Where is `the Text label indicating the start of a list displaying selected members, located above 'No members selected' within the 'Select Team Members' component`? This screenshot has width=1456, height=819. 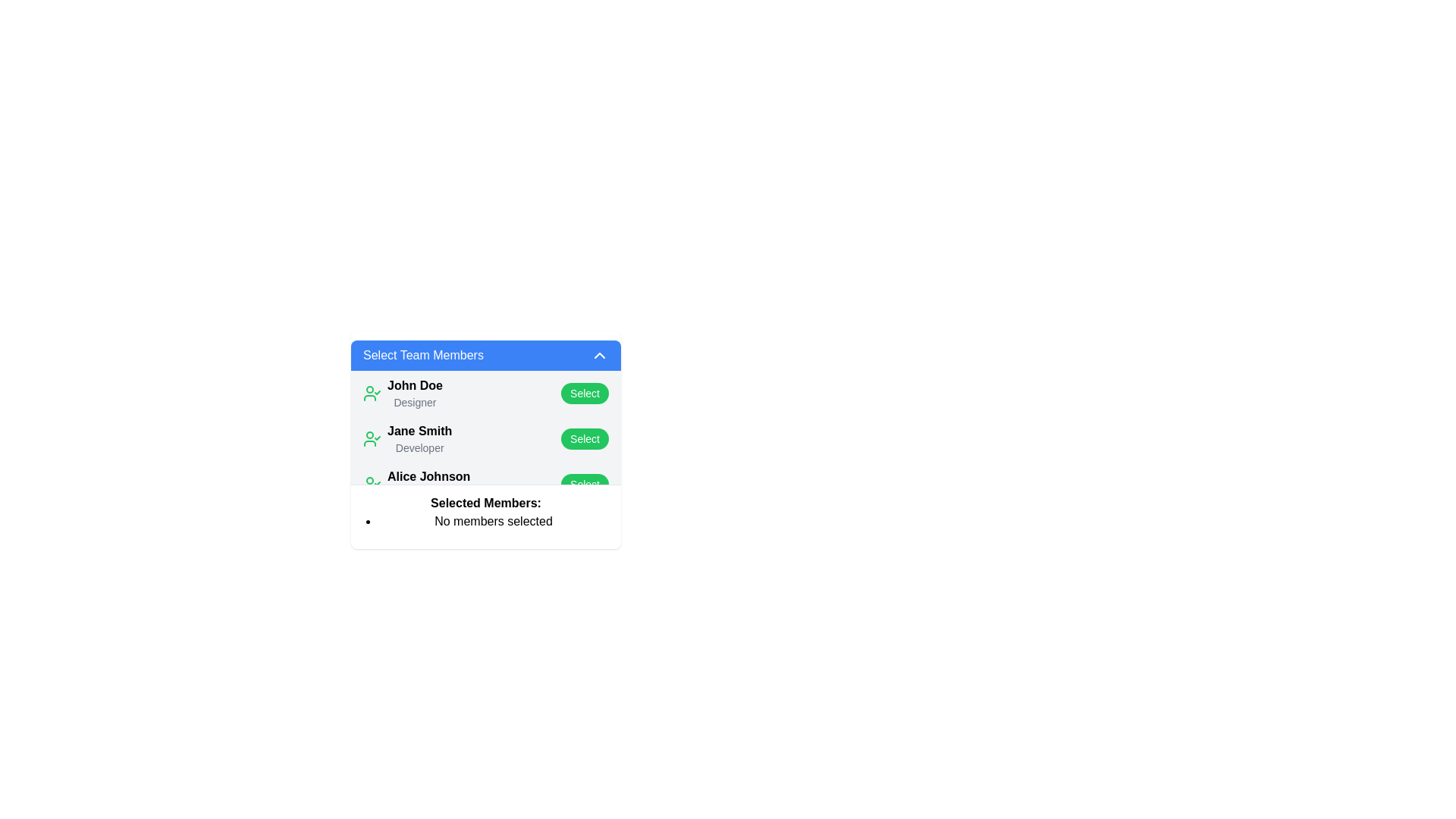
the Text label indicating the start of a list displaying selected members, located above 'No members selected' within the 'Select Team Members' component is located at coordinates (486, 503).